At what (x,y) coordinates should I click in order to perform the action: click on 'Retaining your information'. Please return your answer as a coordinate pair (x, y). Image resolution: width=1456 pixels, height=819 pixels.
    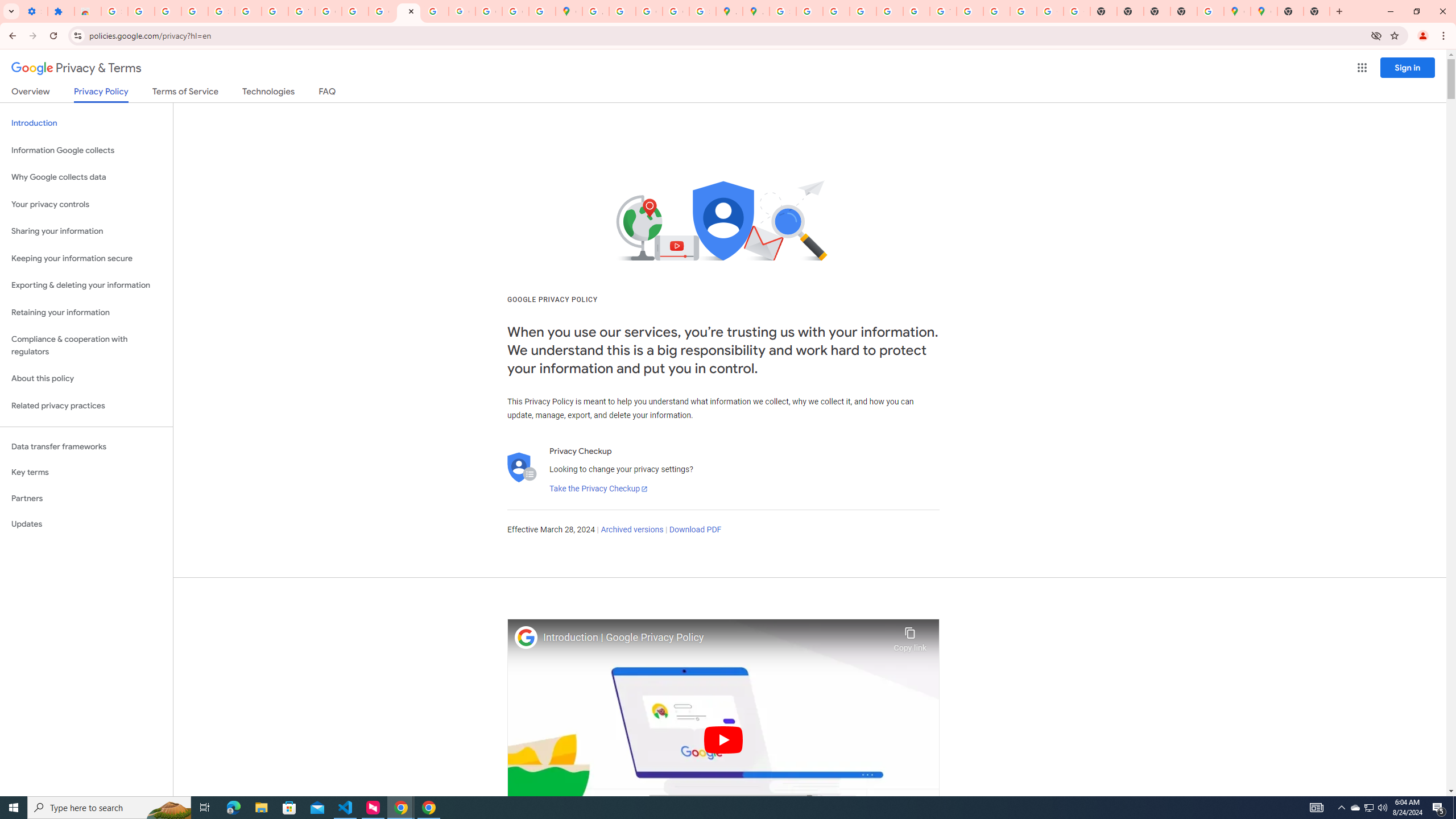
    Looking at the image, I should click on (86, 312).